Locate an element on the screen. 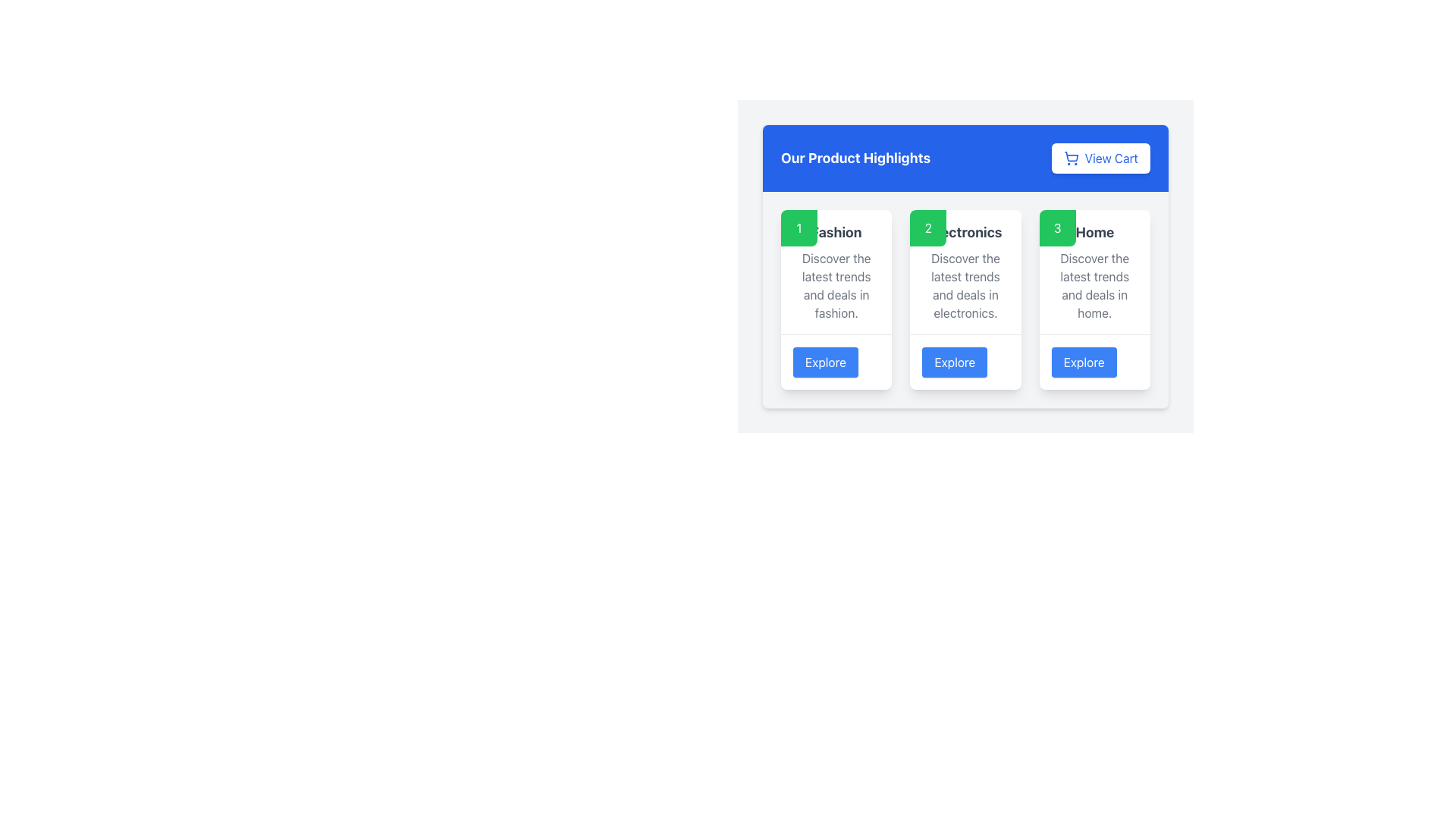 This screenshot has height=819, width=1456. the 'Explore' button with a vibrant blue background and white text located at the bottom of the 'Electronics' card is located at coordinates (965, 362).